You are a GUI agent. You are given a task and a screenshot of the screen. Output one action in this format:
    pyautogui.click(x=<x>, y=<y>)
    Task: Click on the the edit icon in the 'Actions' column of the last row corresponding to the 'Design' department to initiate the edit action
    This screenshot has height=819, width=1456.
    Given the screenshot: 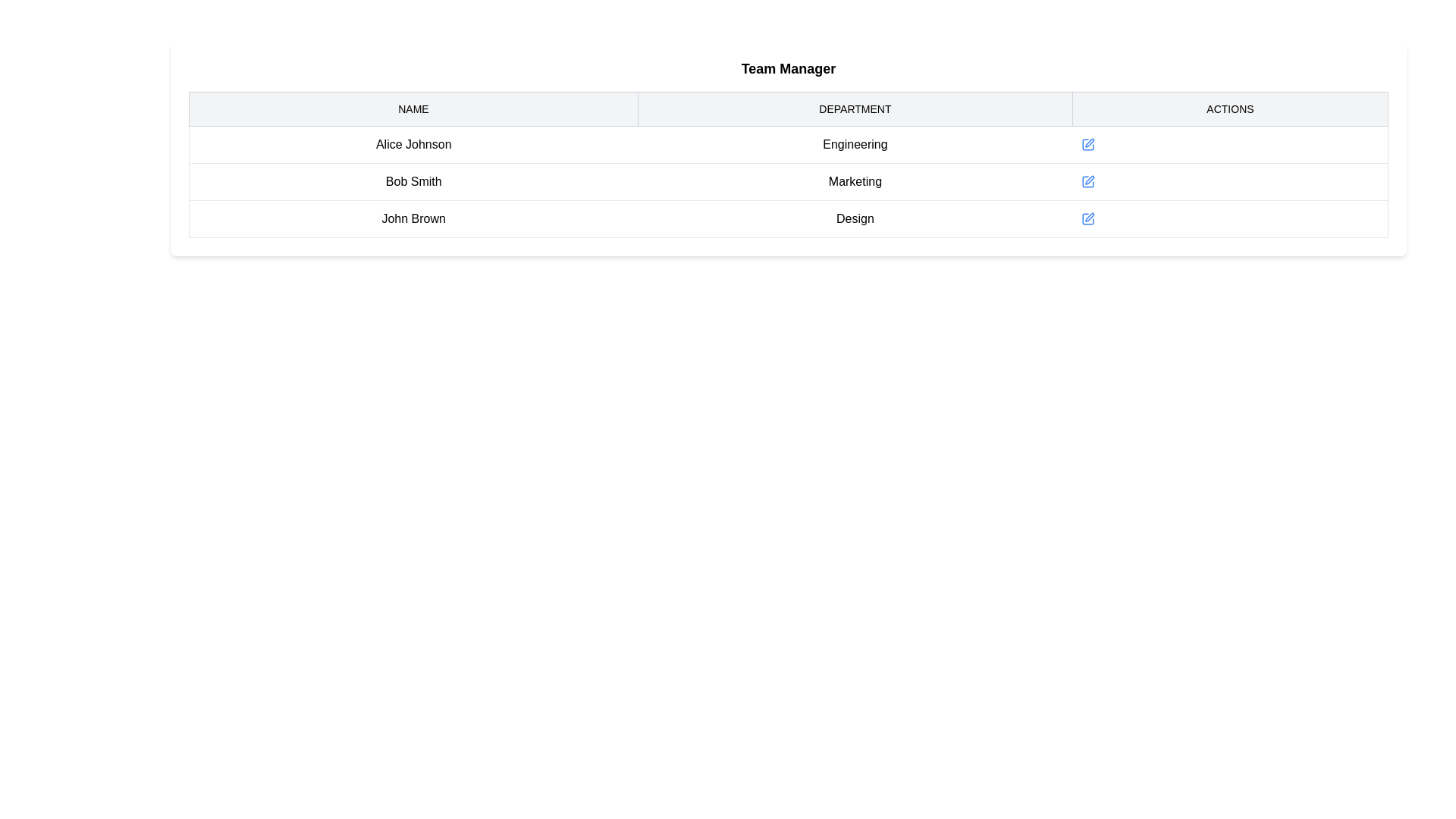 What is the action you would take?
    pyautogui.click(x=1088, y=217)
    